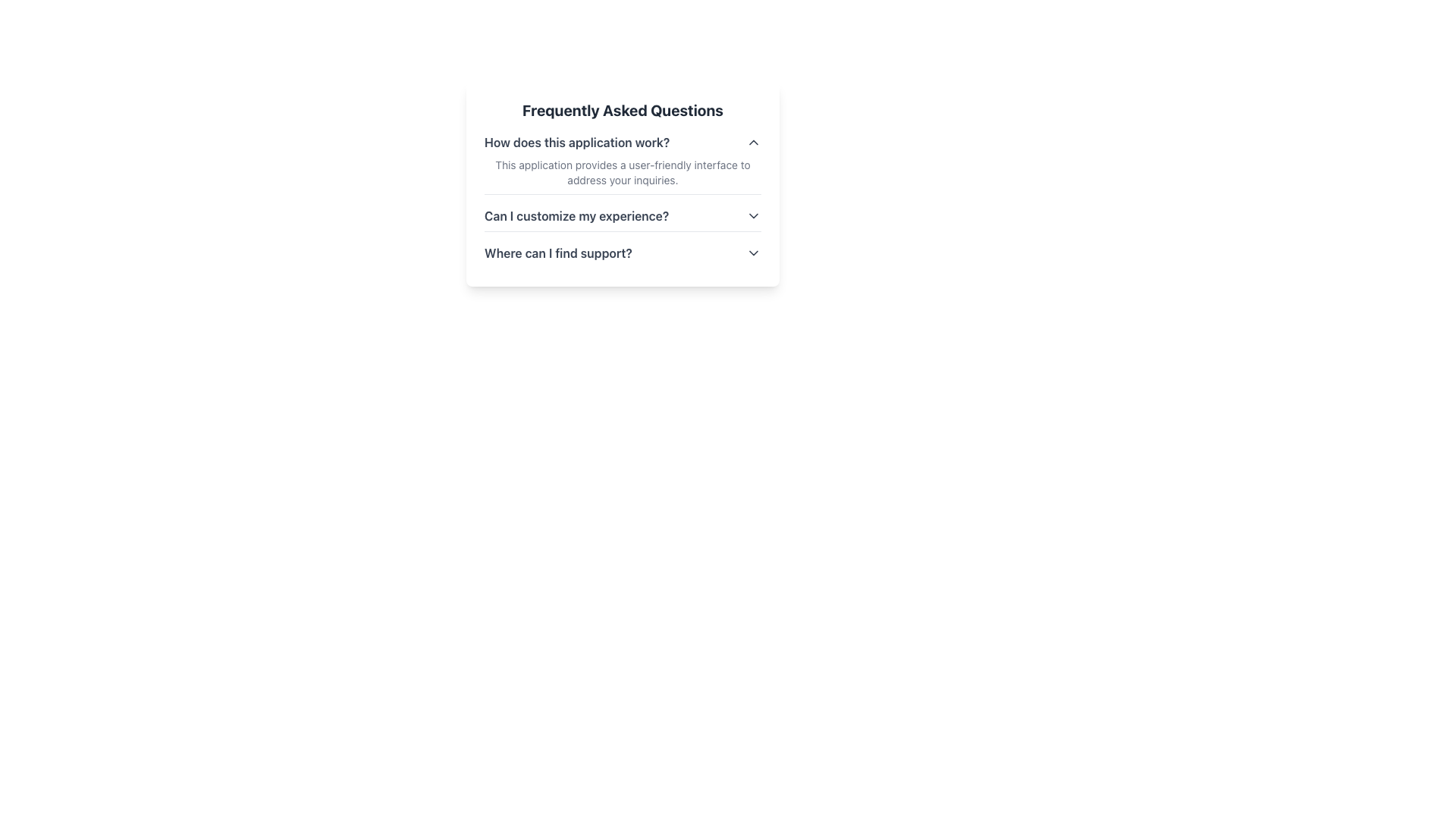 Image resolution: width=1456 pixels, height=819 pixels. Describe the element at coordinates (753, 216) in the screenshot. I see `the chevron-down icon located to the right of the text 'Can I customize my experience?' in the FAQ interface` at that location.